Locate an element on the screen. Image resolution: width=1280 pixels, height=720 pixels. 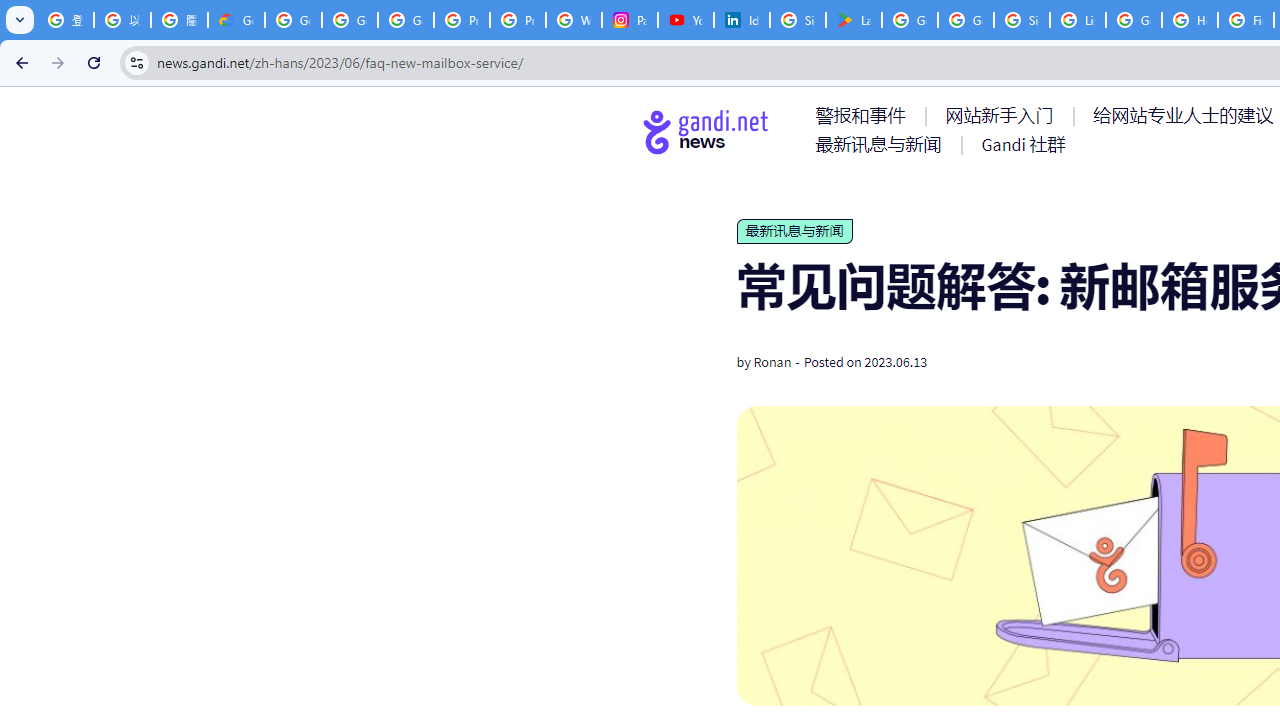
'AutomationID: menu-item-77766' is located at coordinates (881, 143).